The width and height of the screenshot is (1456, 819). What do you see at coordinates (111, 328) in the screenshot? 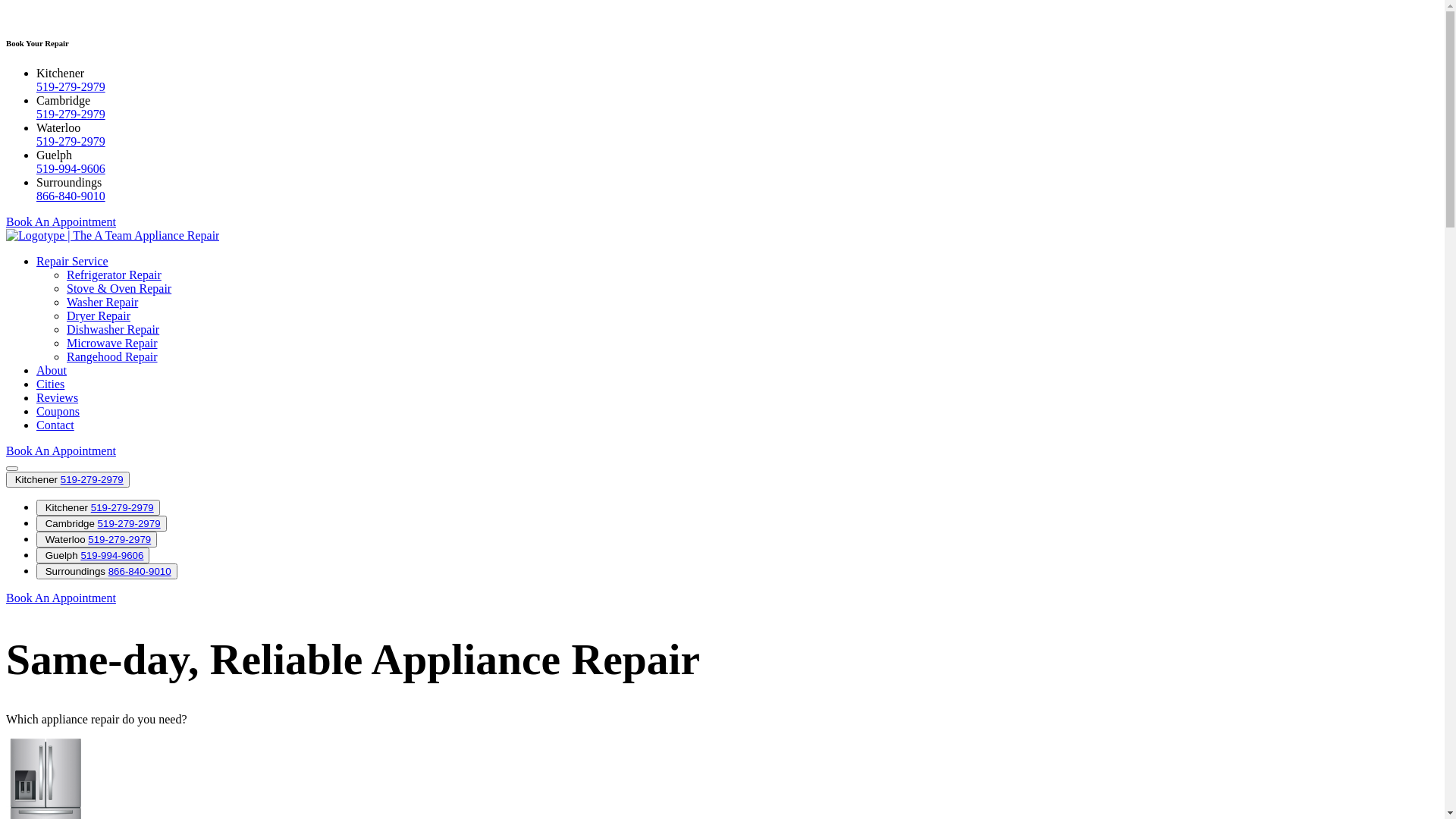
I see `'Dishwasher Repair'` at bounding box center [111, 328].